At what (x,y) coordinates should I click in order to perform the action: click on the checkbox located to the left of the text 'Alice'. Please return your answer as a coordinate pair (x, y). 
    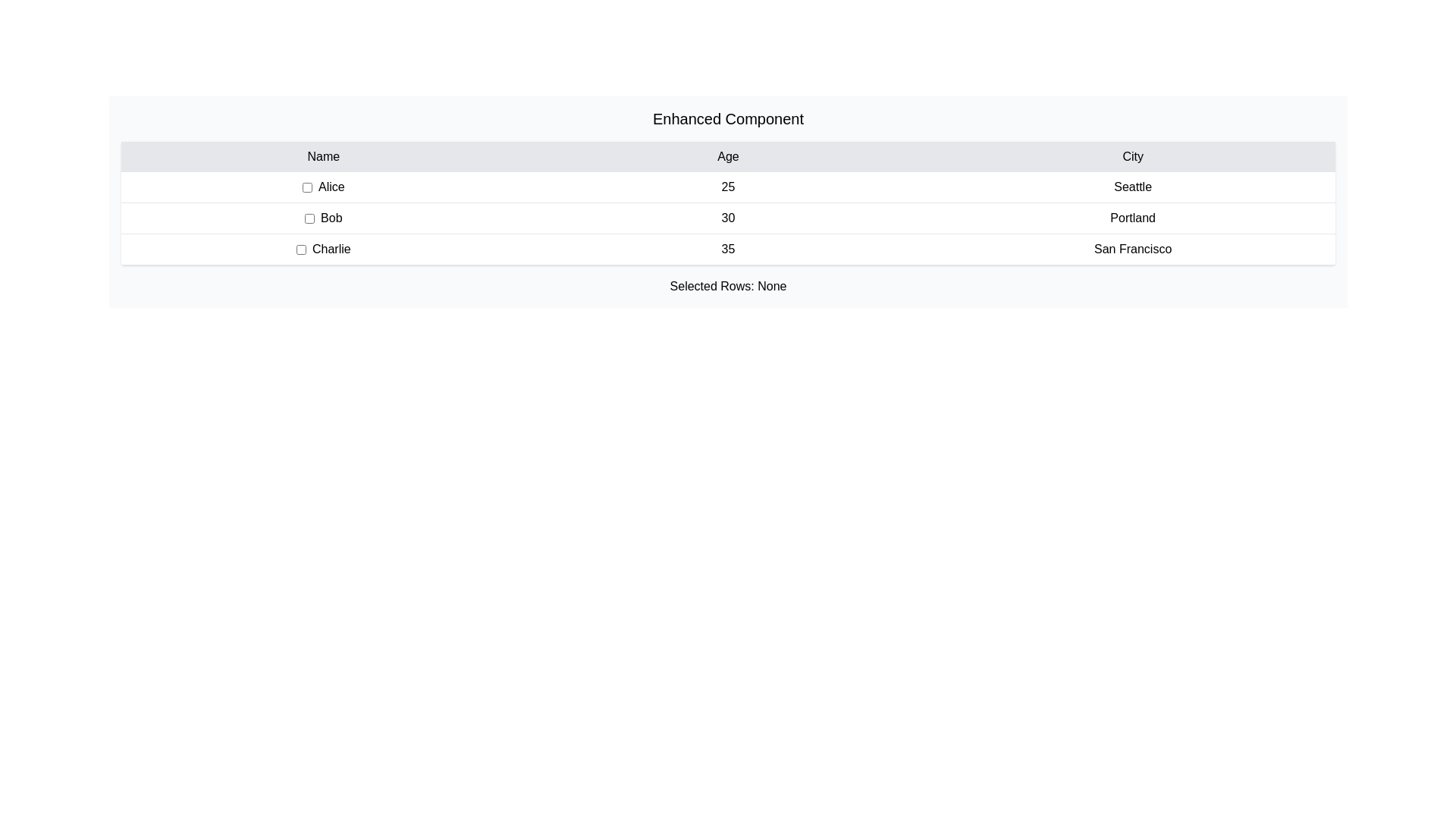
    Looking at the image, I should click on (306, 186).